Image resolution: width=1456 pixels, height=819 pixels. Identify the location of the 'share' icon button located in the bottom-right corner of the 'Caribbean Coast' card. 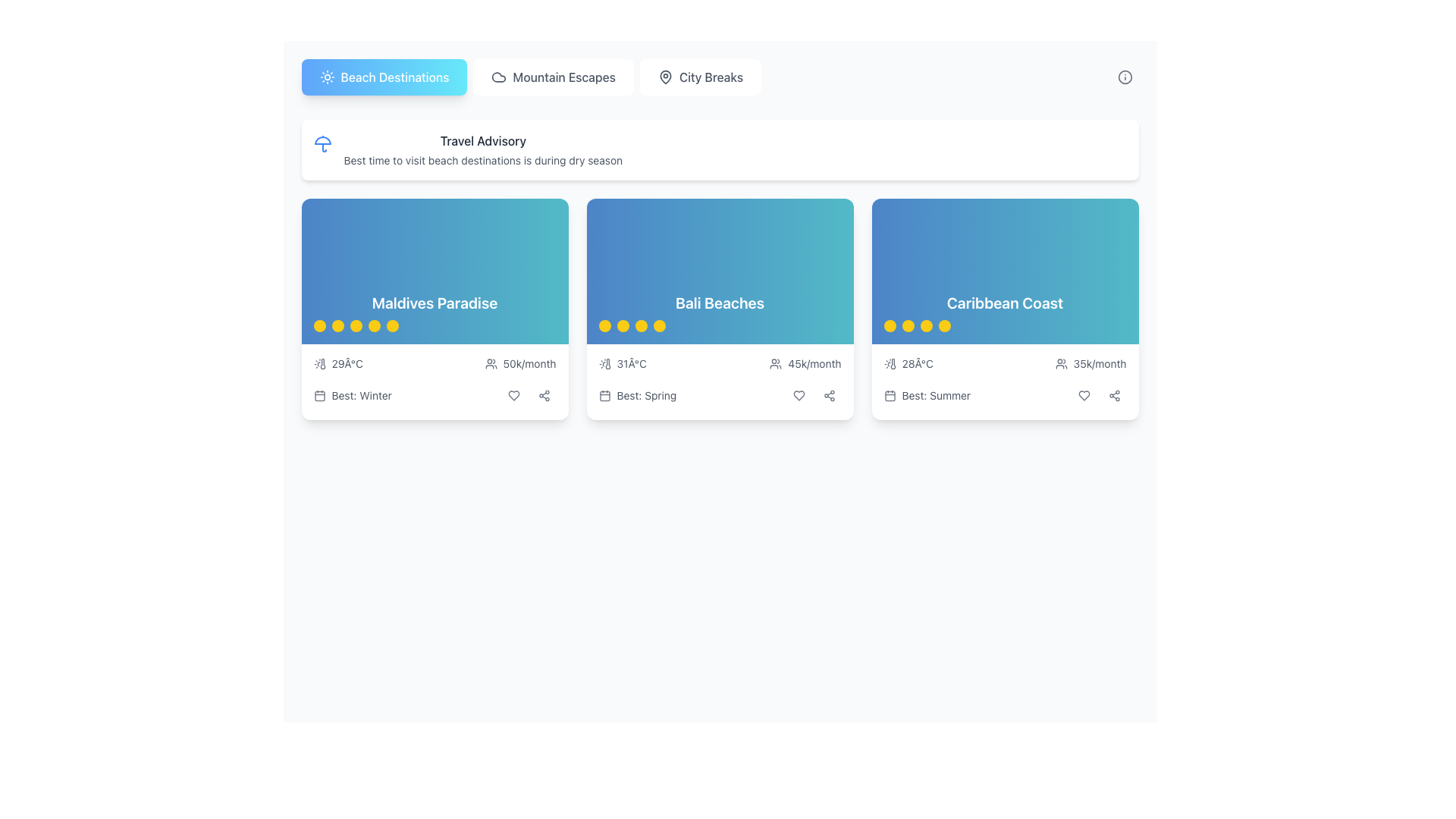
(1114, 394).